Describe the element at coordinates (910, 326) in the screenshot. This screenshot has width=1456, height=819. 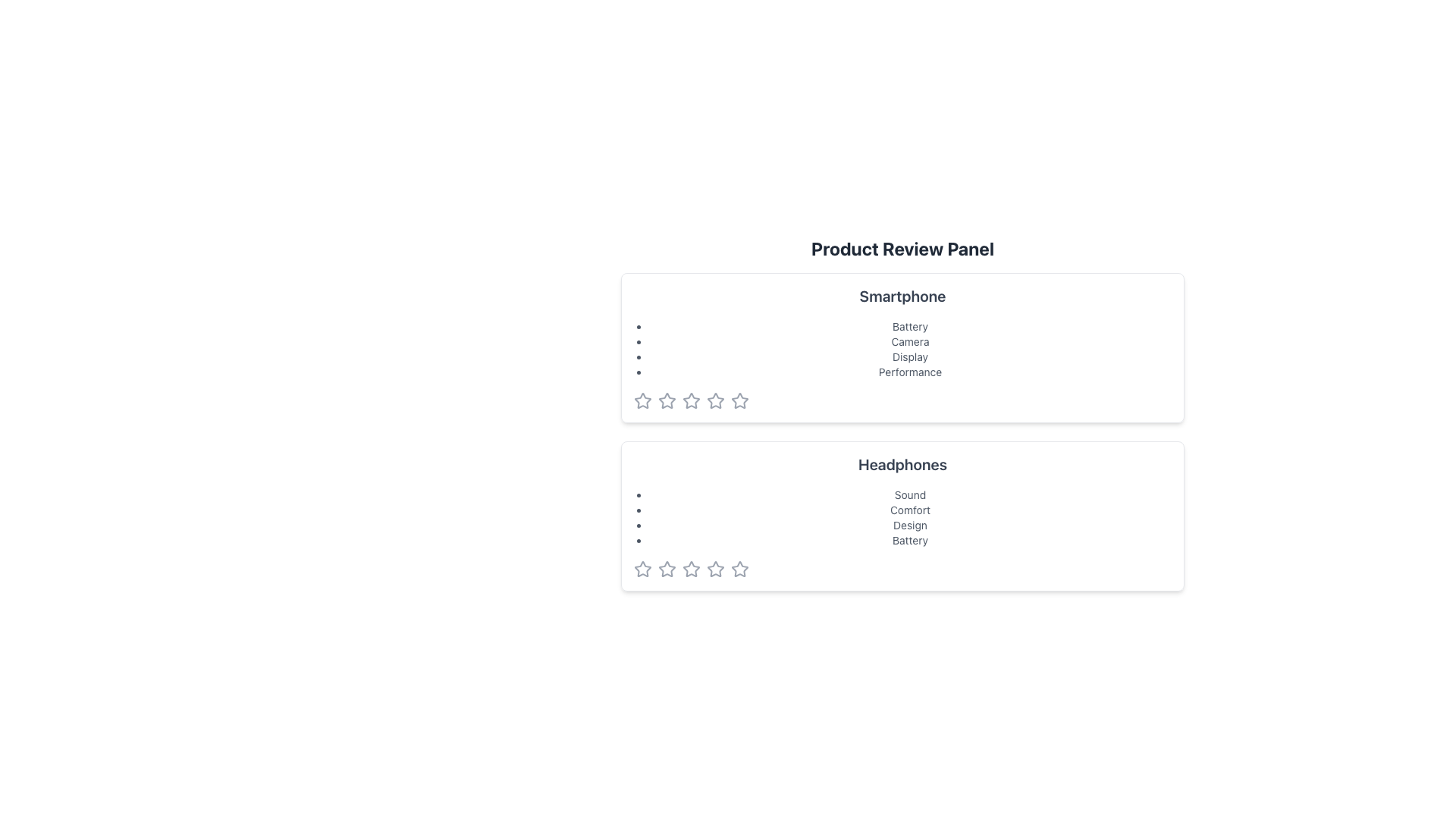
I see `the 'Battery' text label, which is the first item in the bullet-point list under the 'Smartphone' section header` at that location.